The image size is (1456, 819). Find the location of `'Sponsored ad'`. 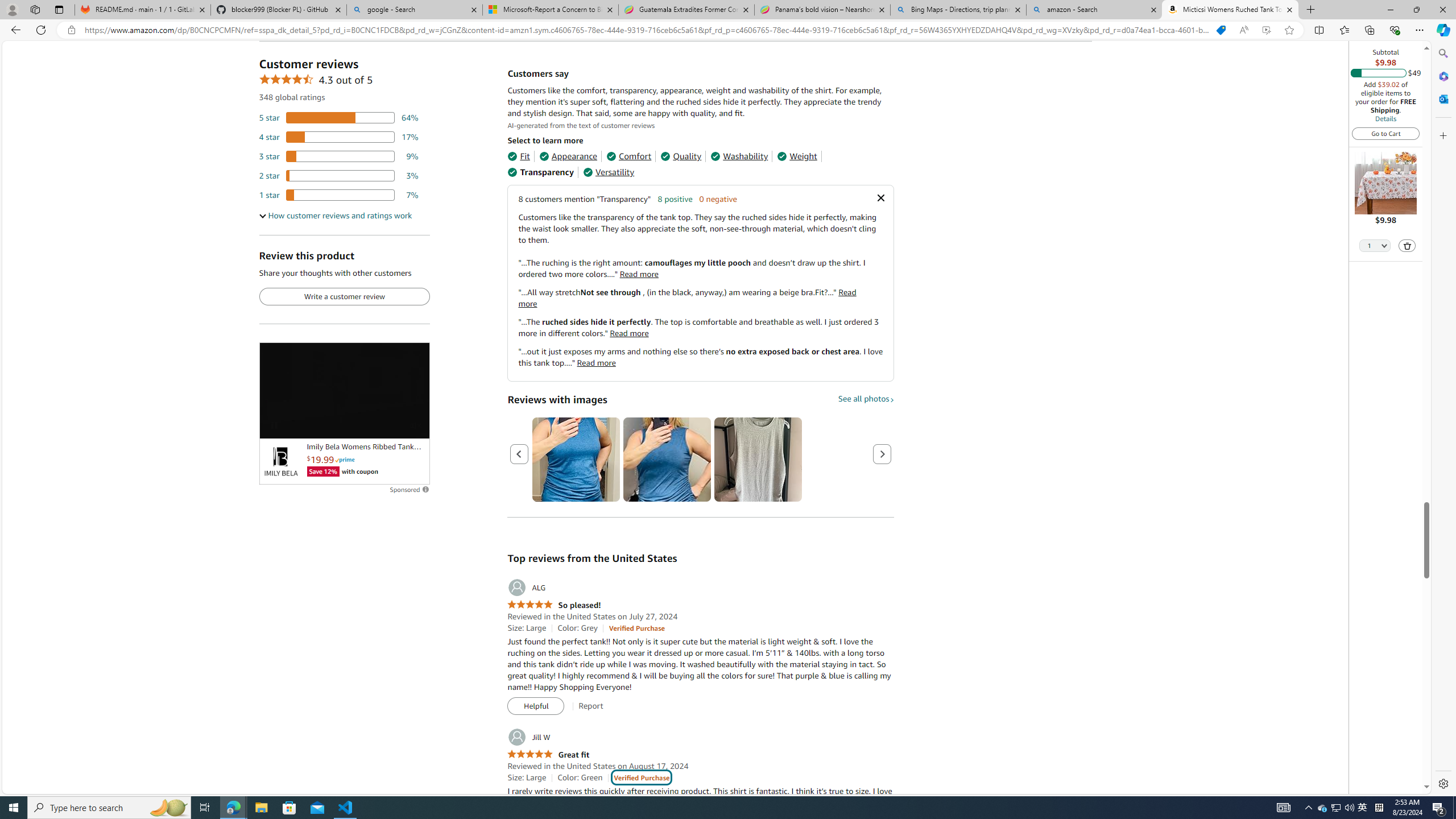

'Sponsored ad' is located at coordinates (344, 390).